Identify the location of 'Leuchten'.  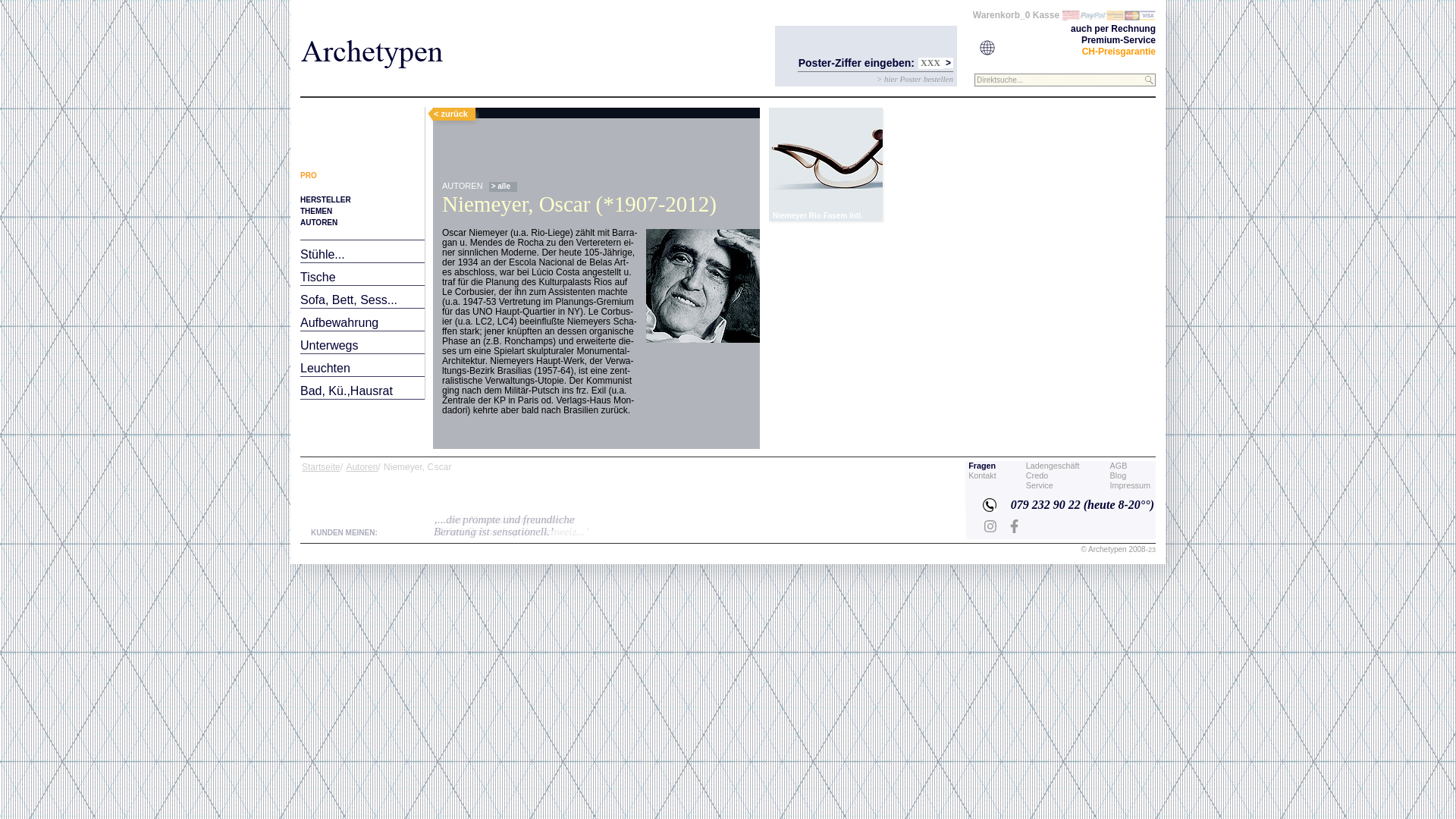
(324, 368).